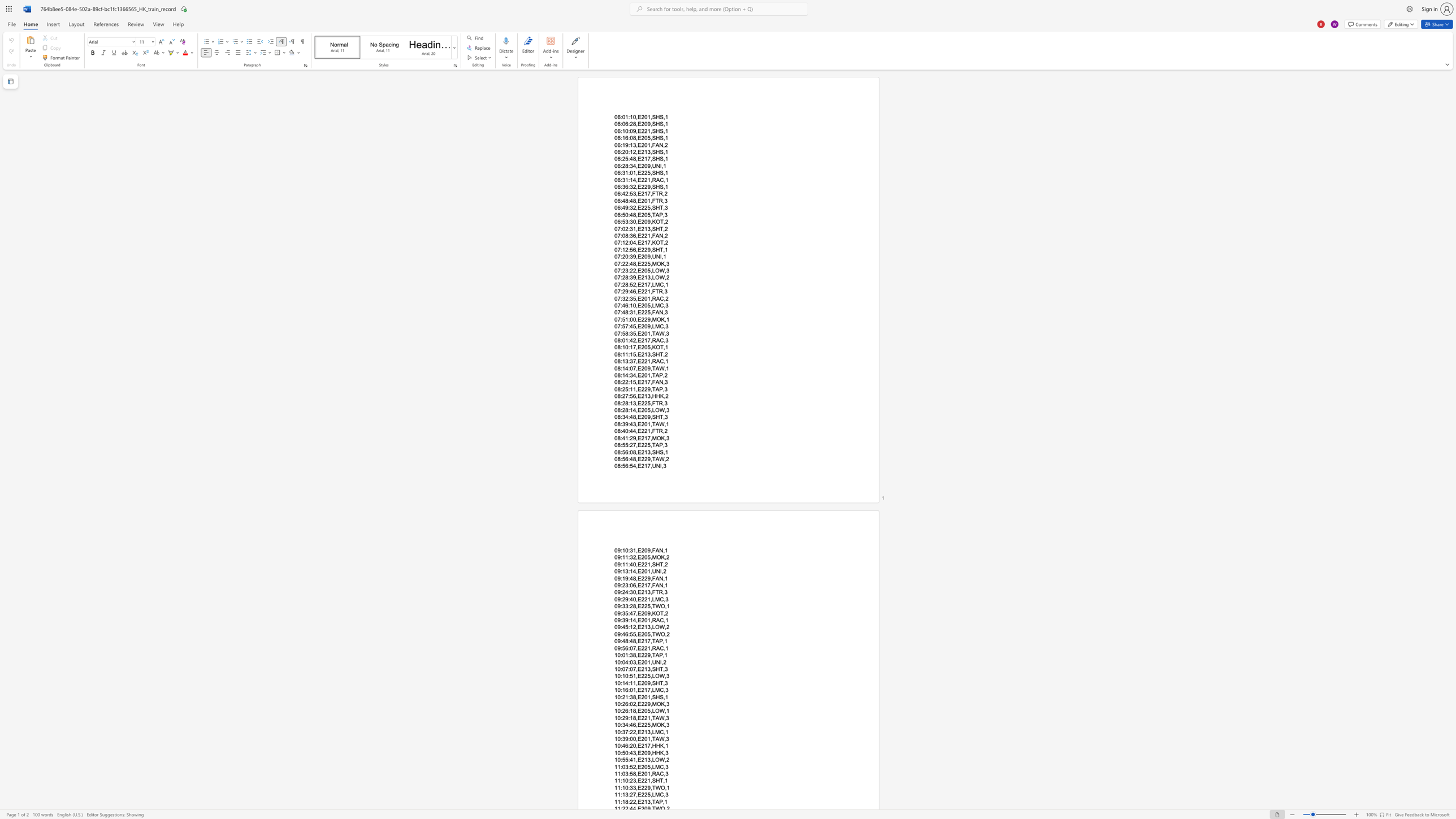 The height and width of the screenshot is (819, 1456). I want to click on the space between the continuous character "S" and "H" in the text, so click(655, 452).